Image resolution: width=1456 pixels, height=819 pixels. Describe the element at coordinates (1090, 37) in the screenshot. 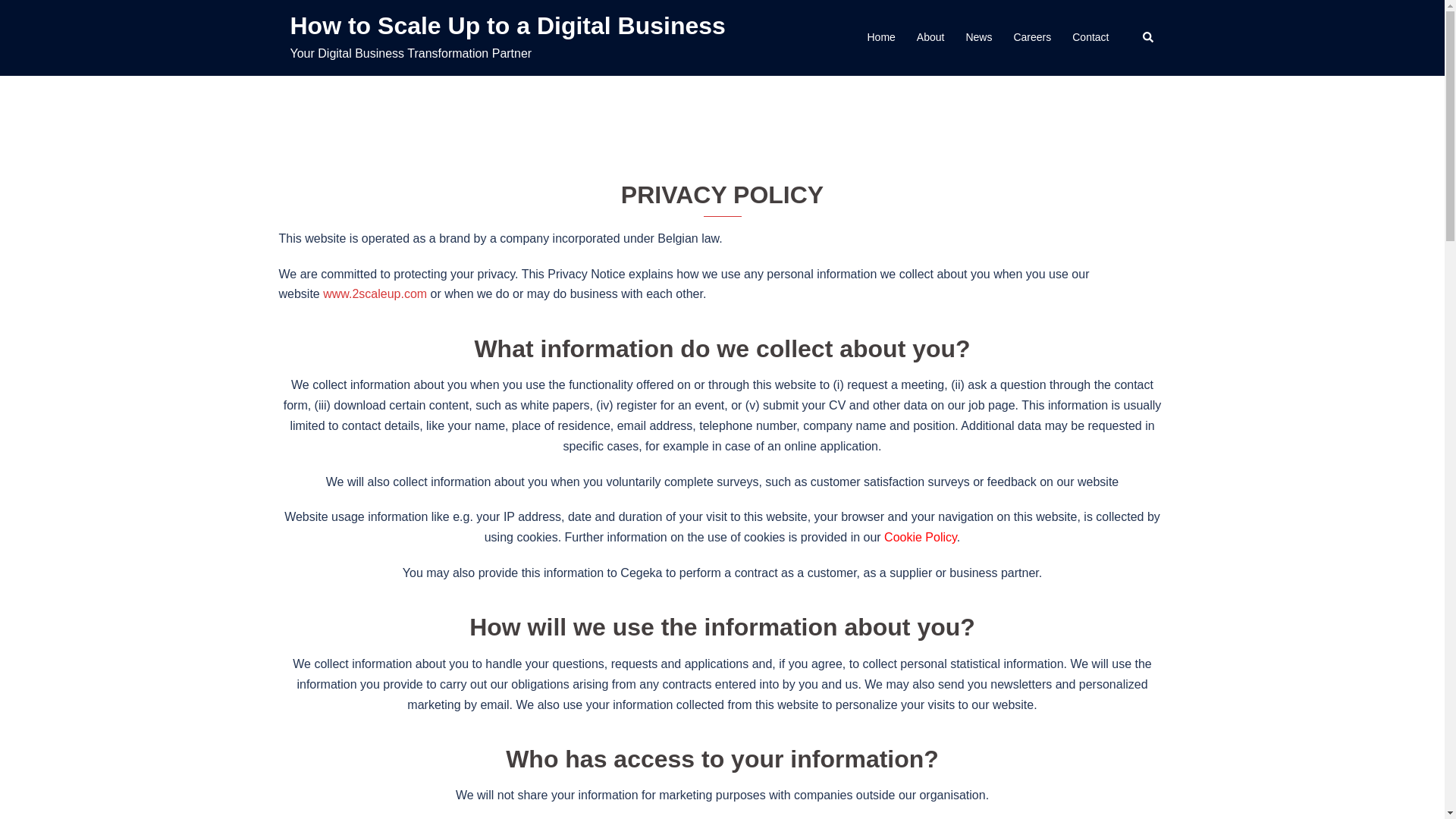

I see `'Contact'` at that location.